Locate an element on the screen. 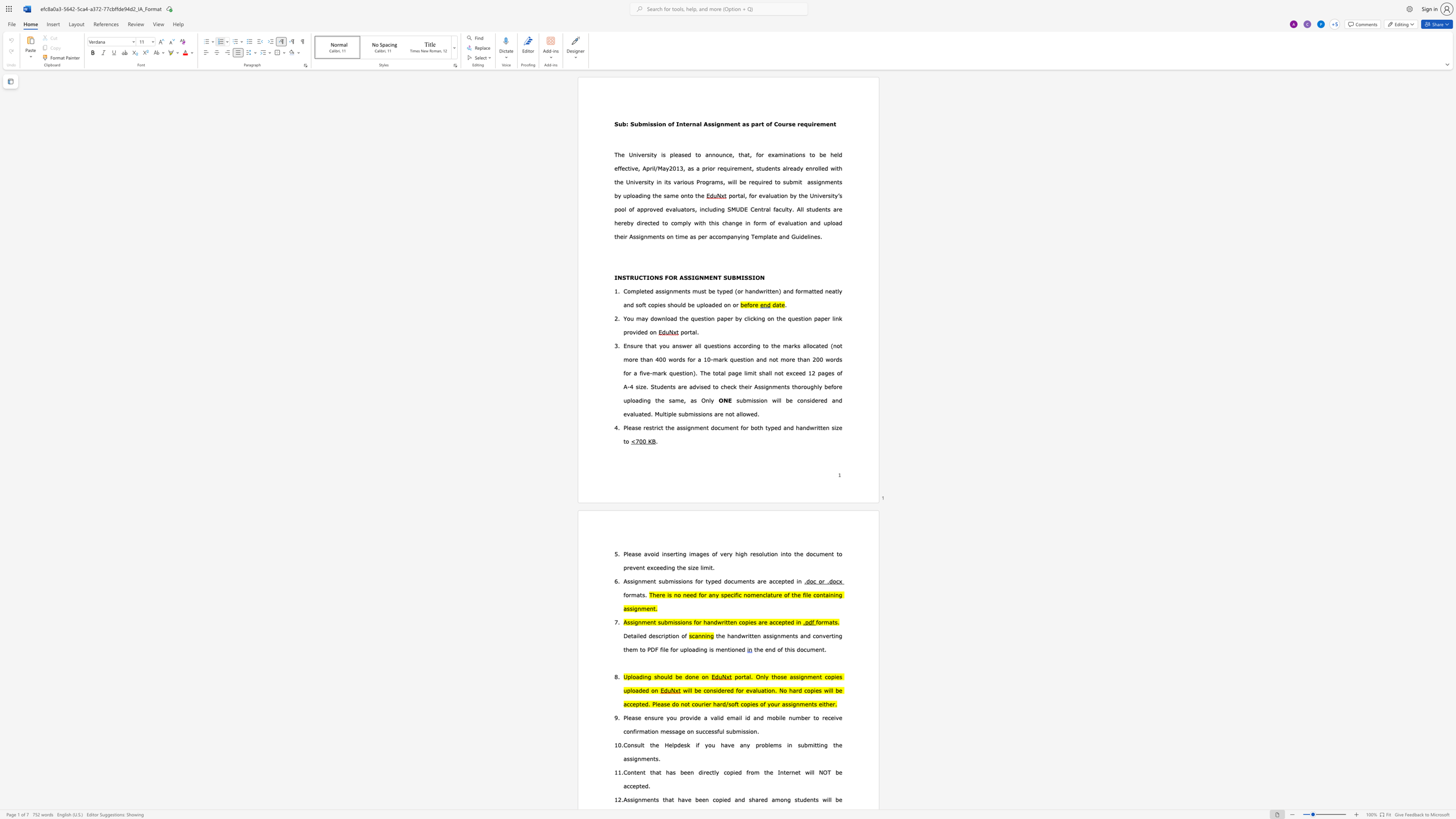 Image resolution: width=1456 pixels, height=819 pixels. the 1th character "P" in the text is located at coordinates (625, 427).